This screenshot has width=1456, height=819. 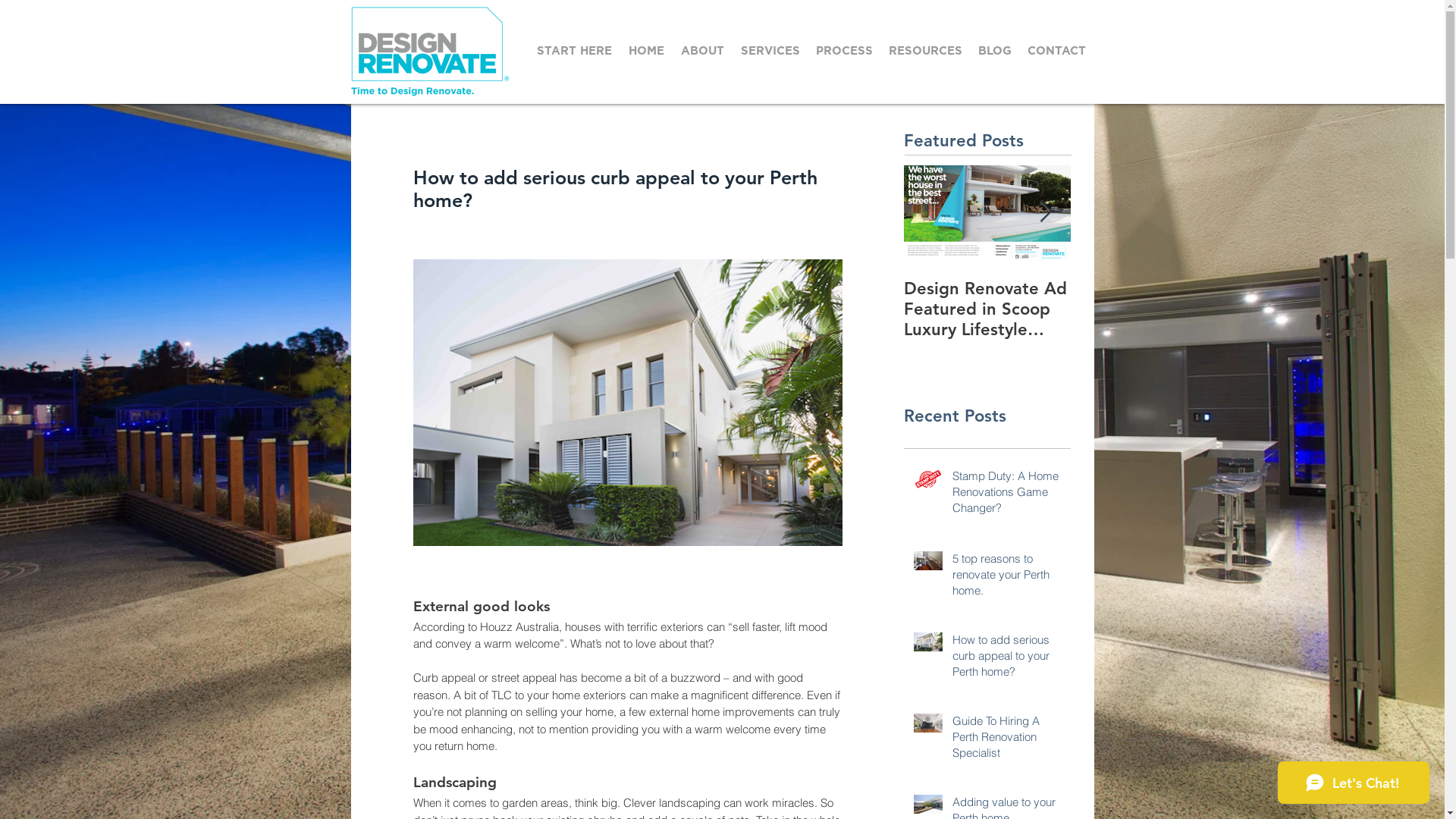 I want to click on 'CONTACT', so click(x=1055, y=50).